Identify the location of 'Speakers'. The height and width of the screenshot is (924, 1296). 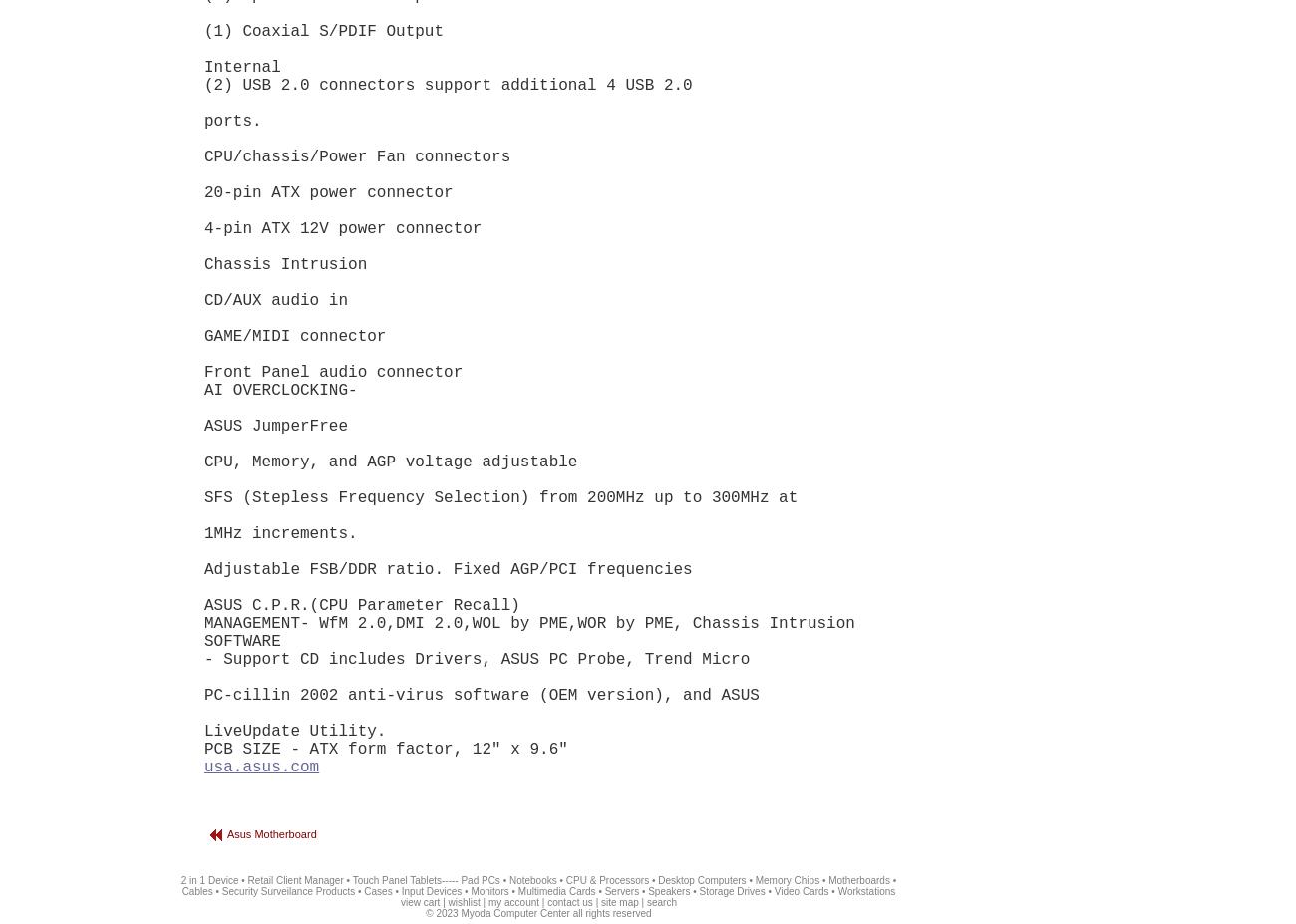
(668, 891).